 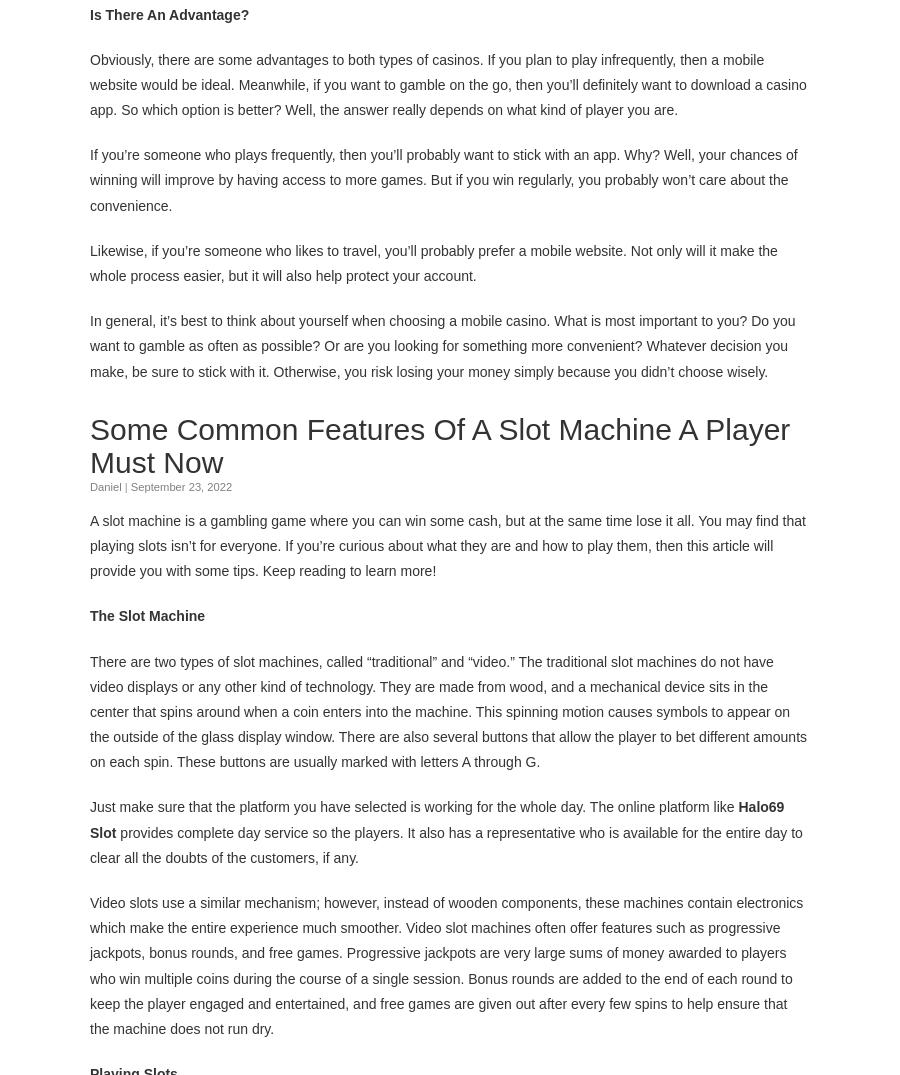 What do you see at coordinates (414, 806) in the screenshot?
I see `'Just make sure that the platform you have selected is working for the whole day. The online platform like'` at bounding box center [414, 806].